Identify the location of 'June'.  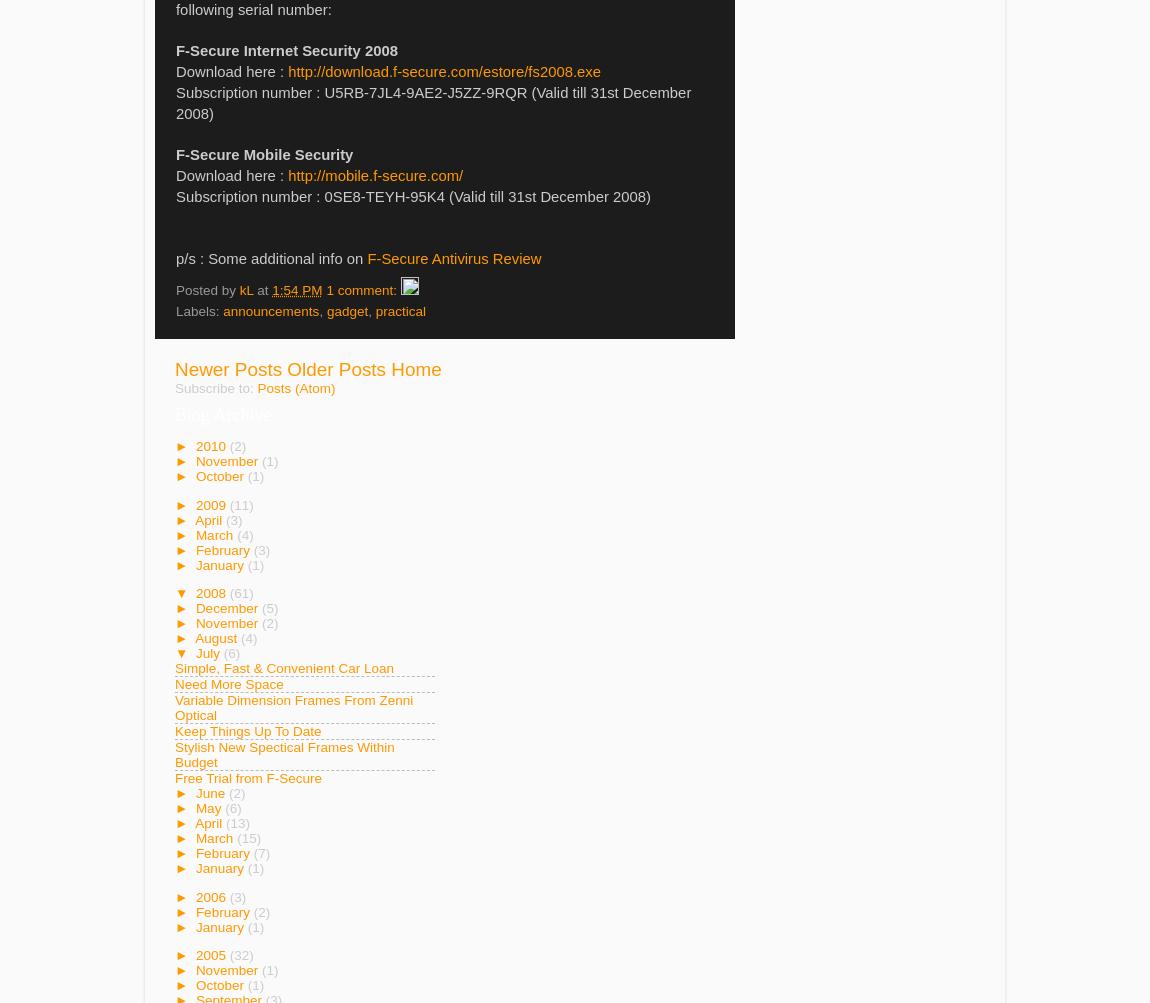
(210, 792).